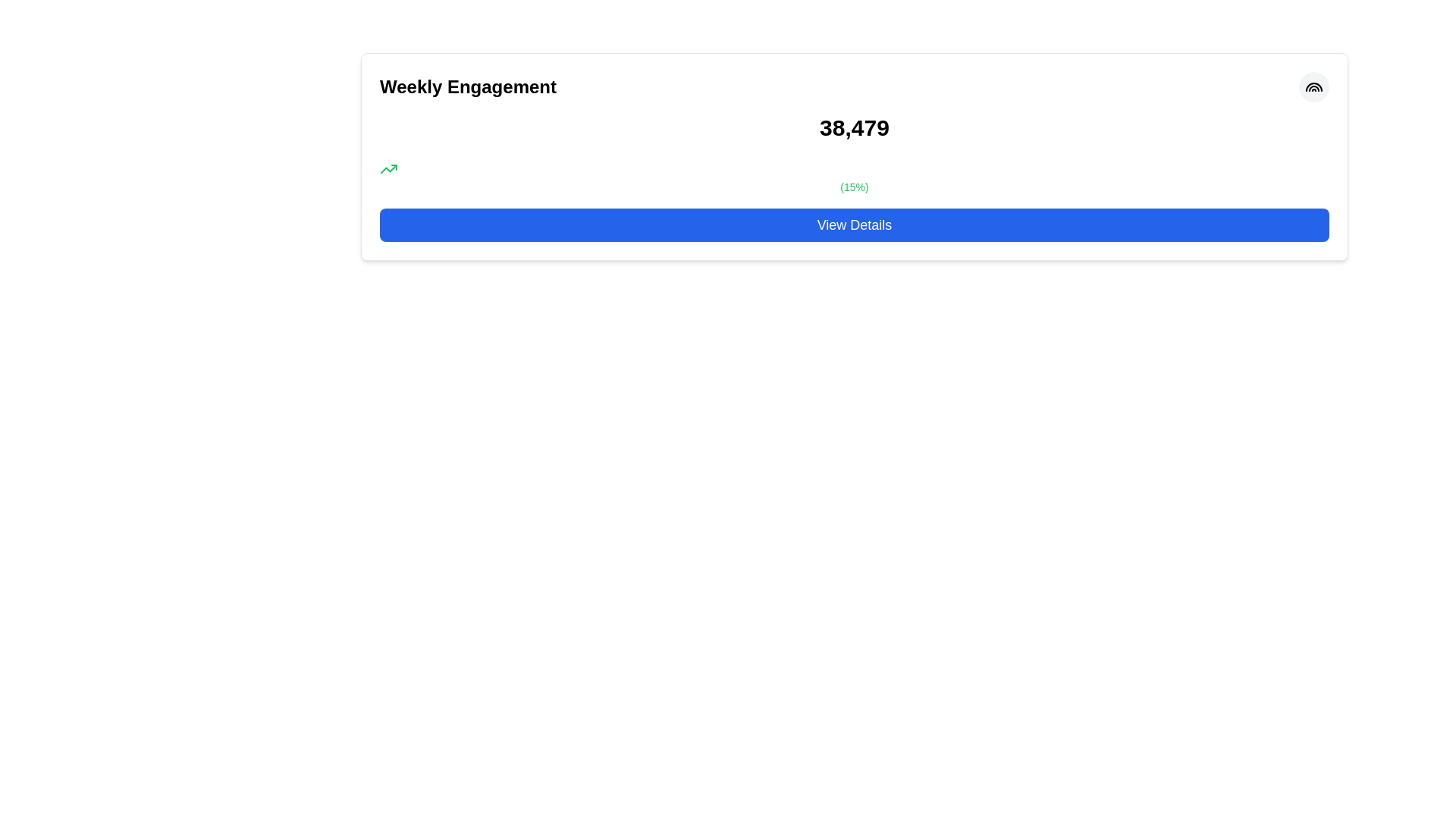 The width and height of the screenshot is (1456, 819). I want to click on the green upward arrow icon representing trending growth statistics located beneath the 'Weekly Engagement' heading, to the left of the '(15%)' text, so click(389, 169).